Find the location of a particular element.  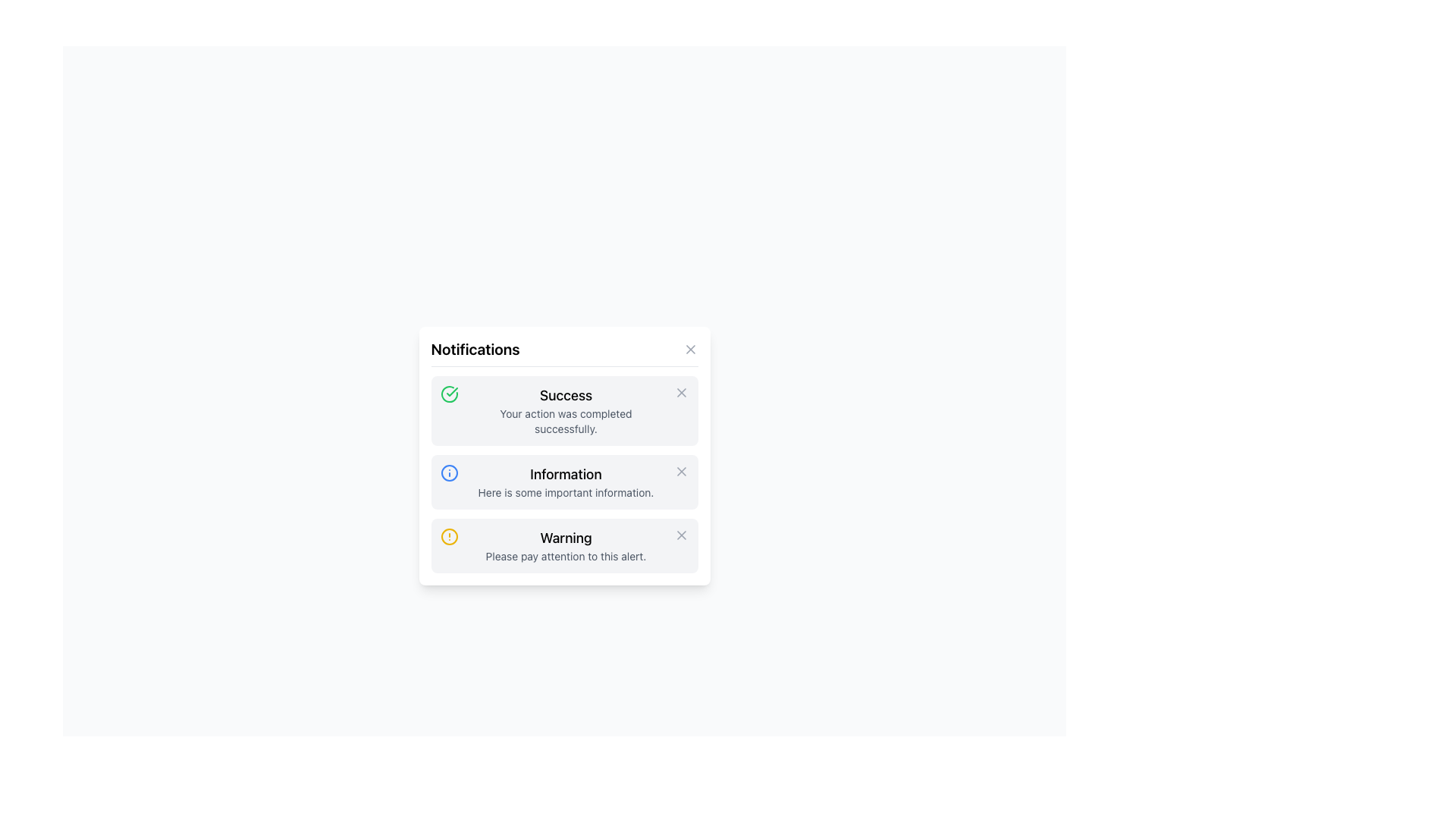

the 'X' icon shaped button in the rightmost part of the 'Success' notification box is located at coordinates (680, 391).